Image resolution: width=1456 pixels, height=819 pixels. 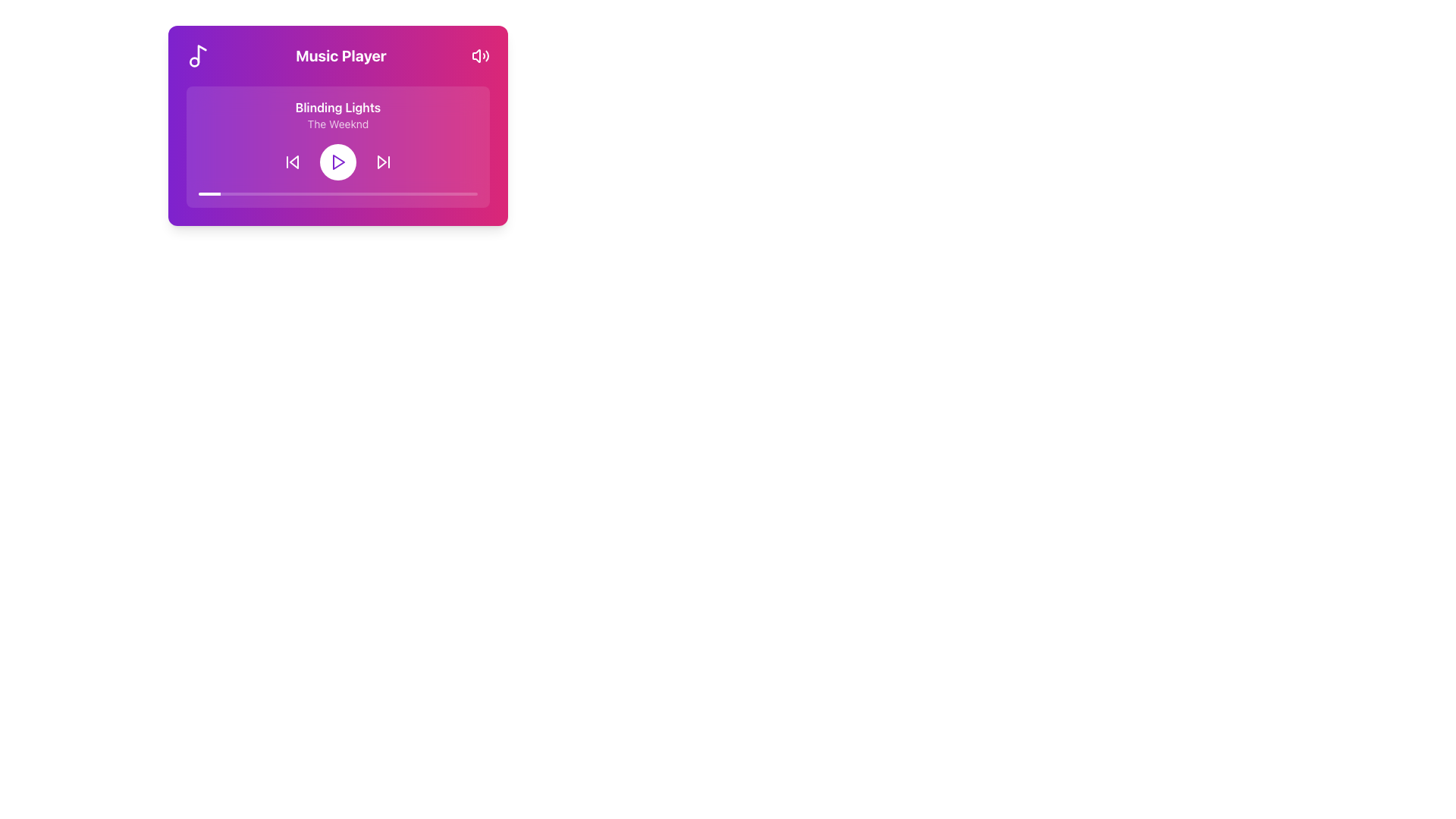 I want to click on the triangular play button icon, which is dark purple and located at the center of the music player interface, to play or pause the music, so click(x=337, y=162).